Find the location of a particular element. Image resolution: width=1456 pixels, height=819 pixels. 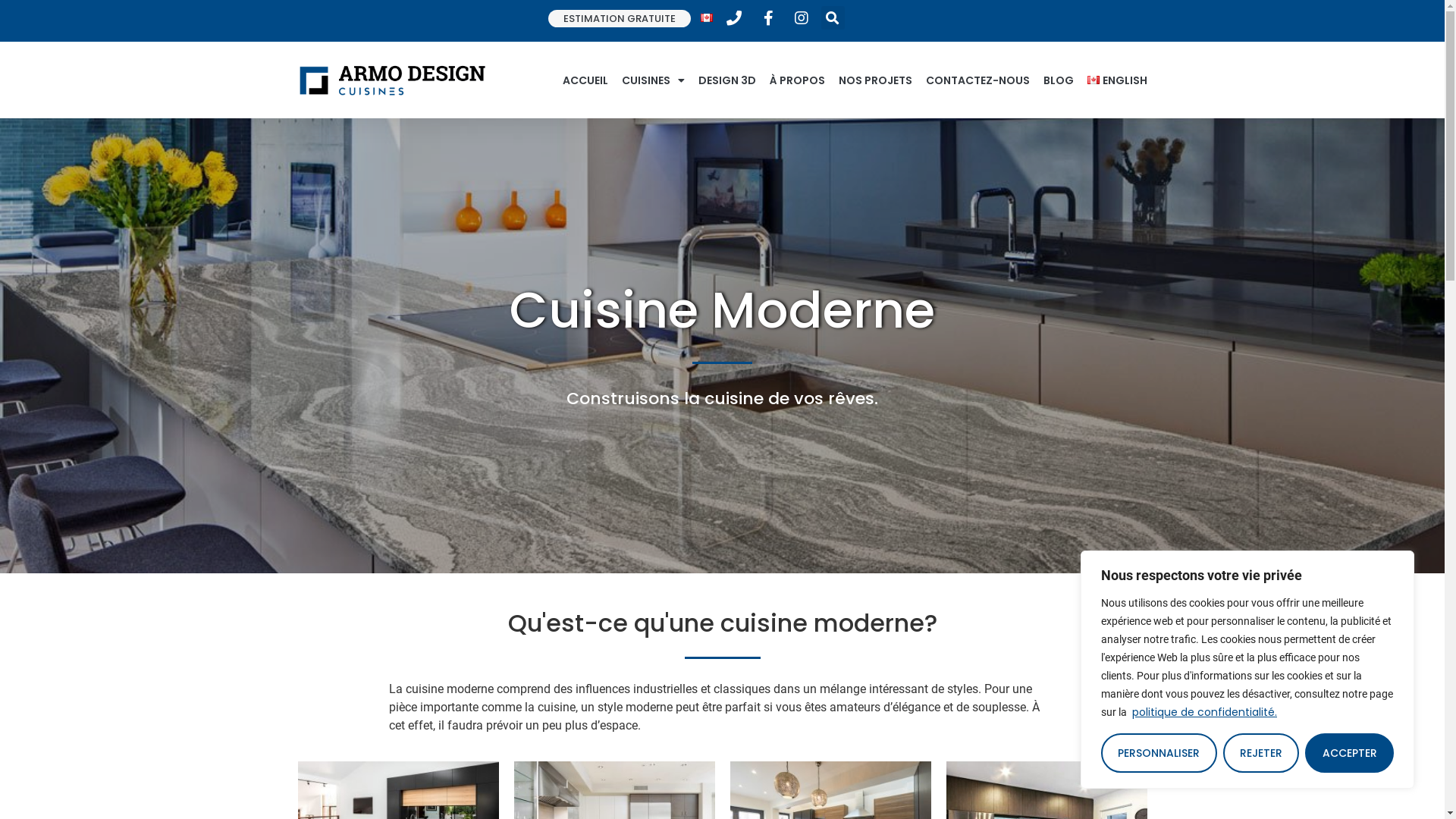

'REJETER' is located at coordinates (1261, 752).